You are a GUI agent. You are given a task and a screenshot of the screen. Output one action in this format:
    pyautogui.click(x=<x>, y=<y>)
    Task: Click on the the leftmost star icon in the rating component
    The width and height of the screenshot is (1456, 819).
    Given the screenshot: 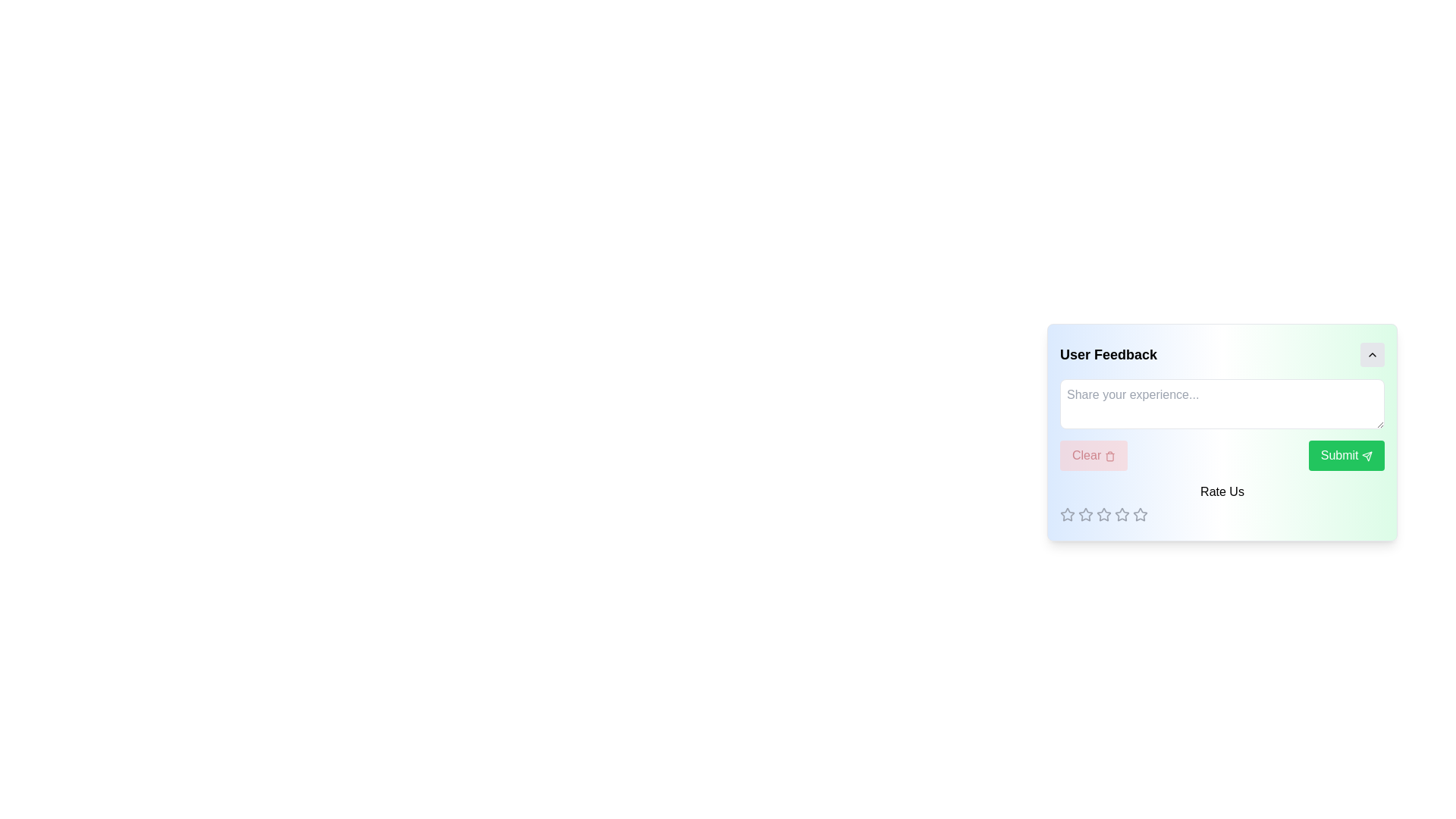 What is the action you would take?
    pyautogui.click(x=1065, y=513)
    